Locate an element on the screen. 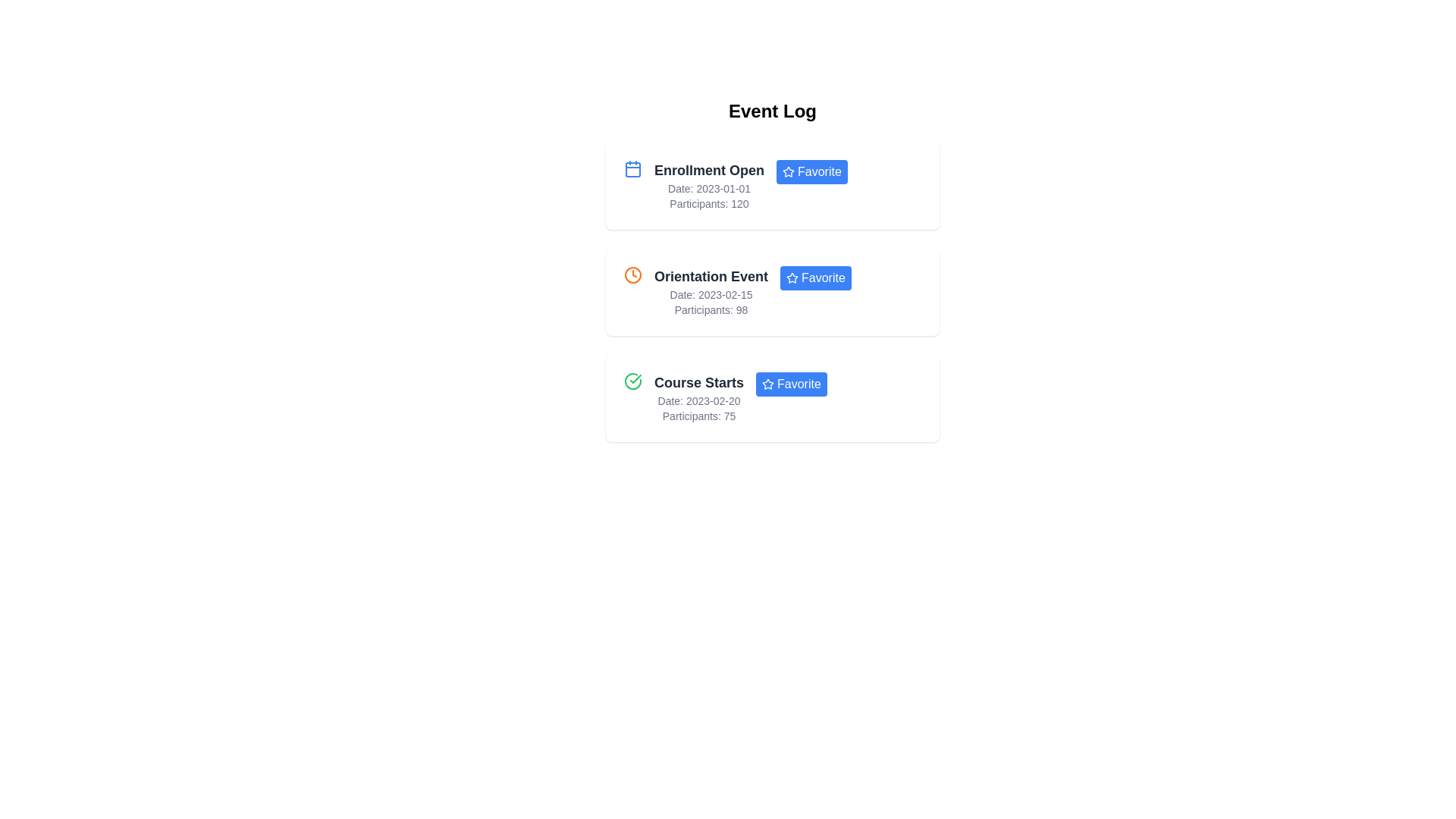  the hollow circle with an orange stroke that is part of the SVG element next to the 'Orientation Event' label in the second event item is located at coordinates (633, 275).